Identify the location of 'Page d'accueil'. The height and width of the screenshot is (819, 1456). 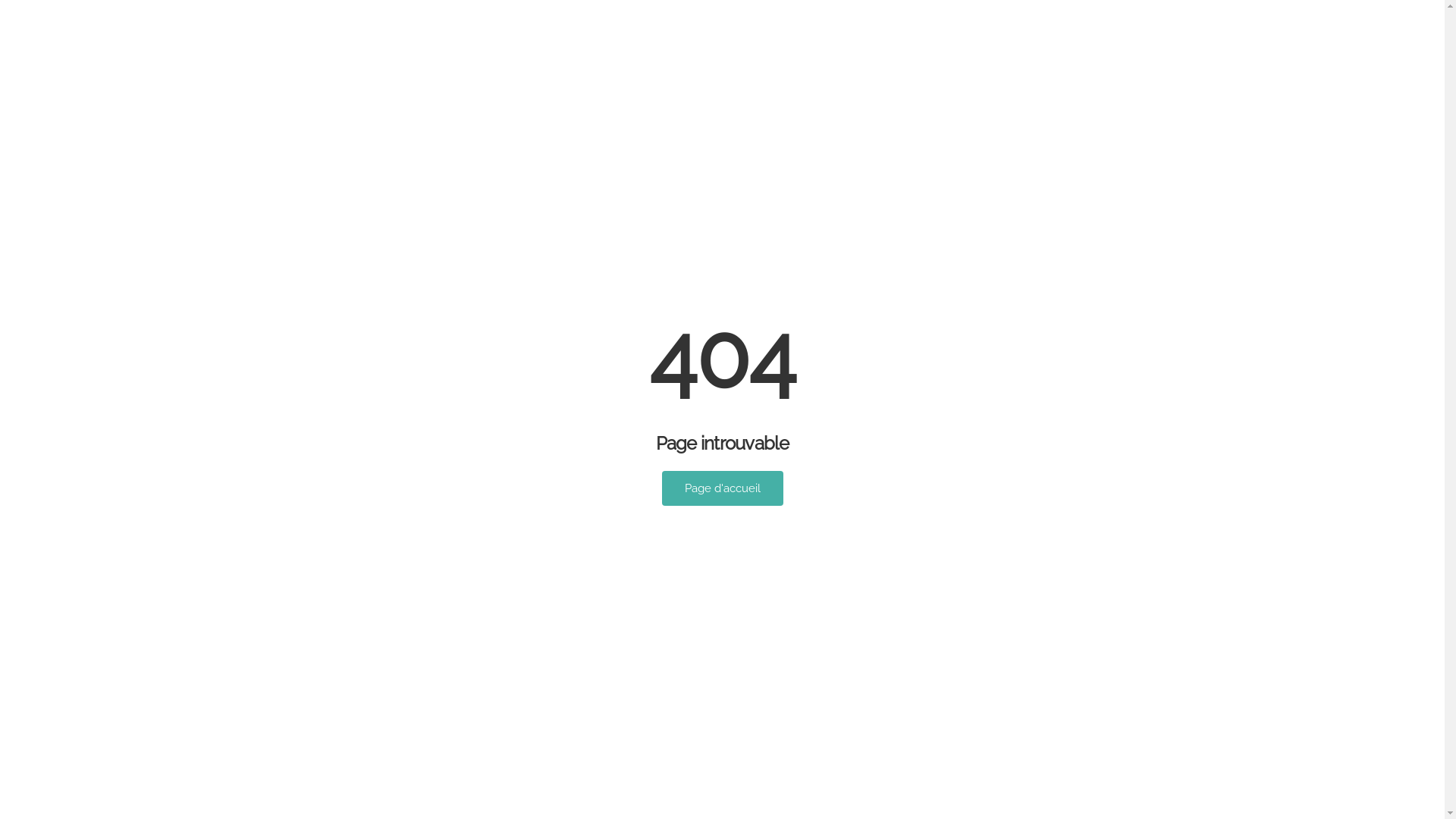
(720, 488).